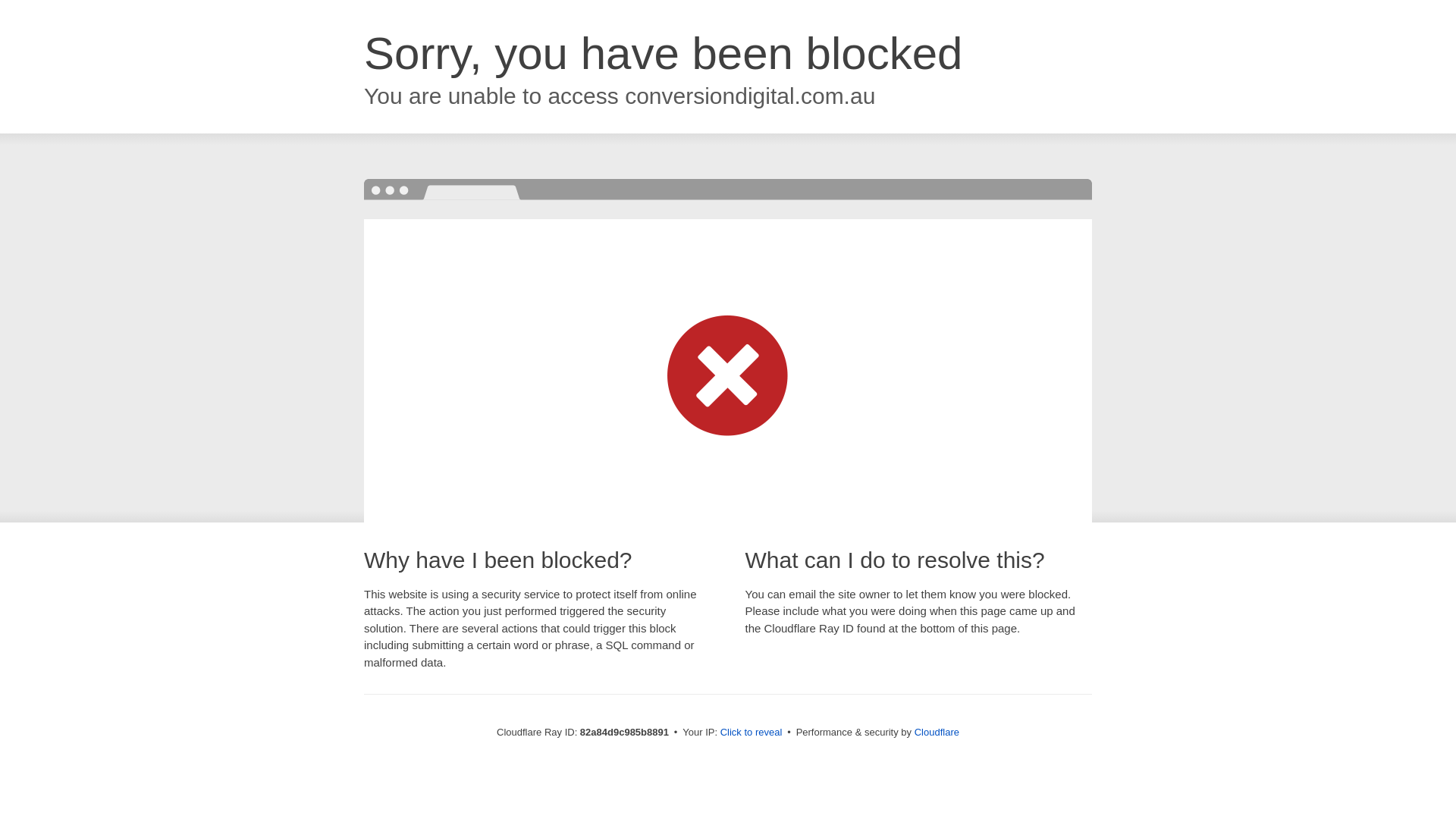 The image size is (1456, 819). Describe the element at coordinates (936, 731) in the screenshot. I see `'Cloudflare'` at that location.